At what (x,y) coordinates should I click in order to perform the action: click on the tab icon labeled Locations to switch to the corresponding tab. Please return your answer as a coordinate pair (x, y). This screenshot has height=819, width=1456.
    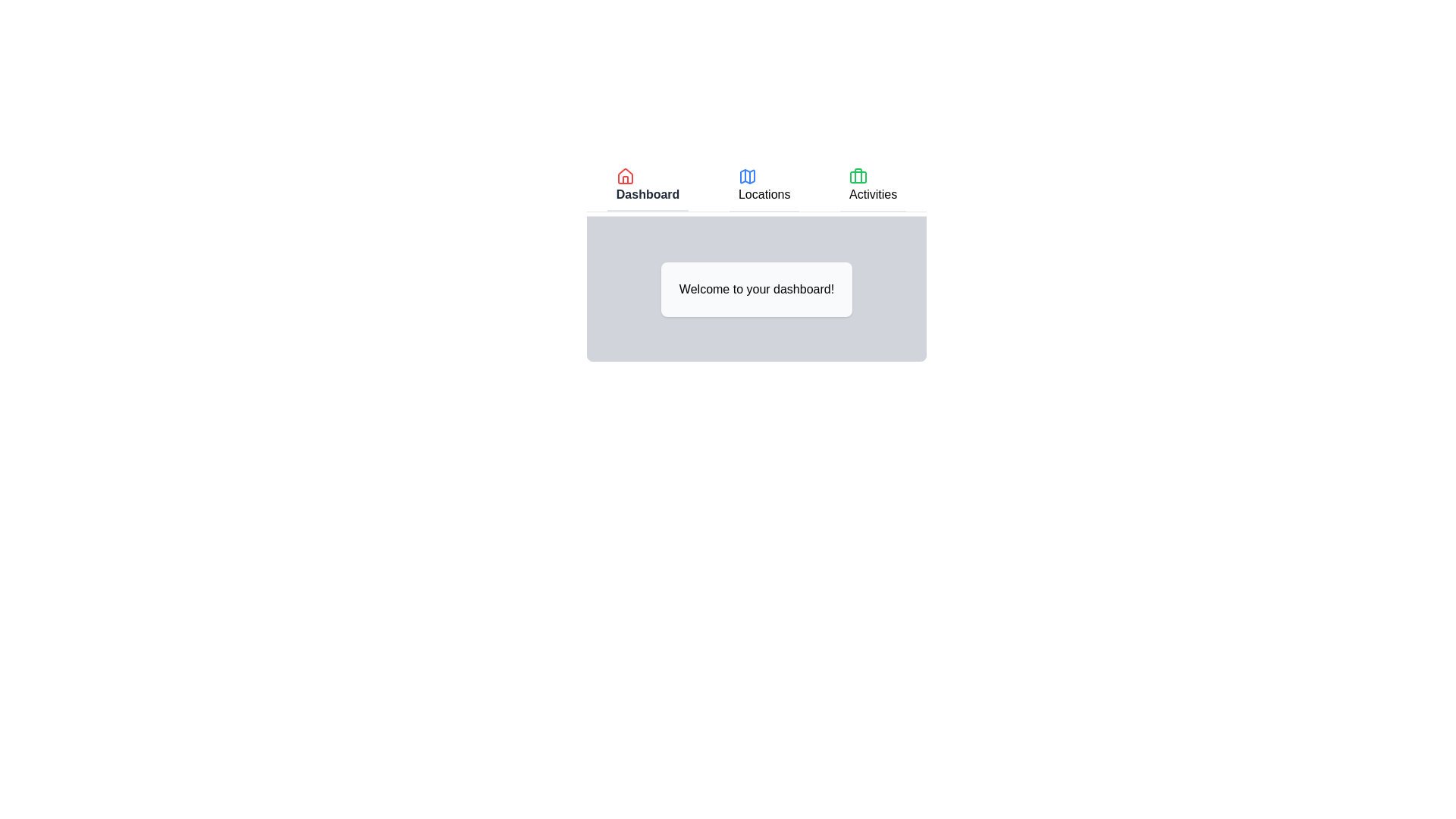
    Looking at the image, I should click on (747, 175).